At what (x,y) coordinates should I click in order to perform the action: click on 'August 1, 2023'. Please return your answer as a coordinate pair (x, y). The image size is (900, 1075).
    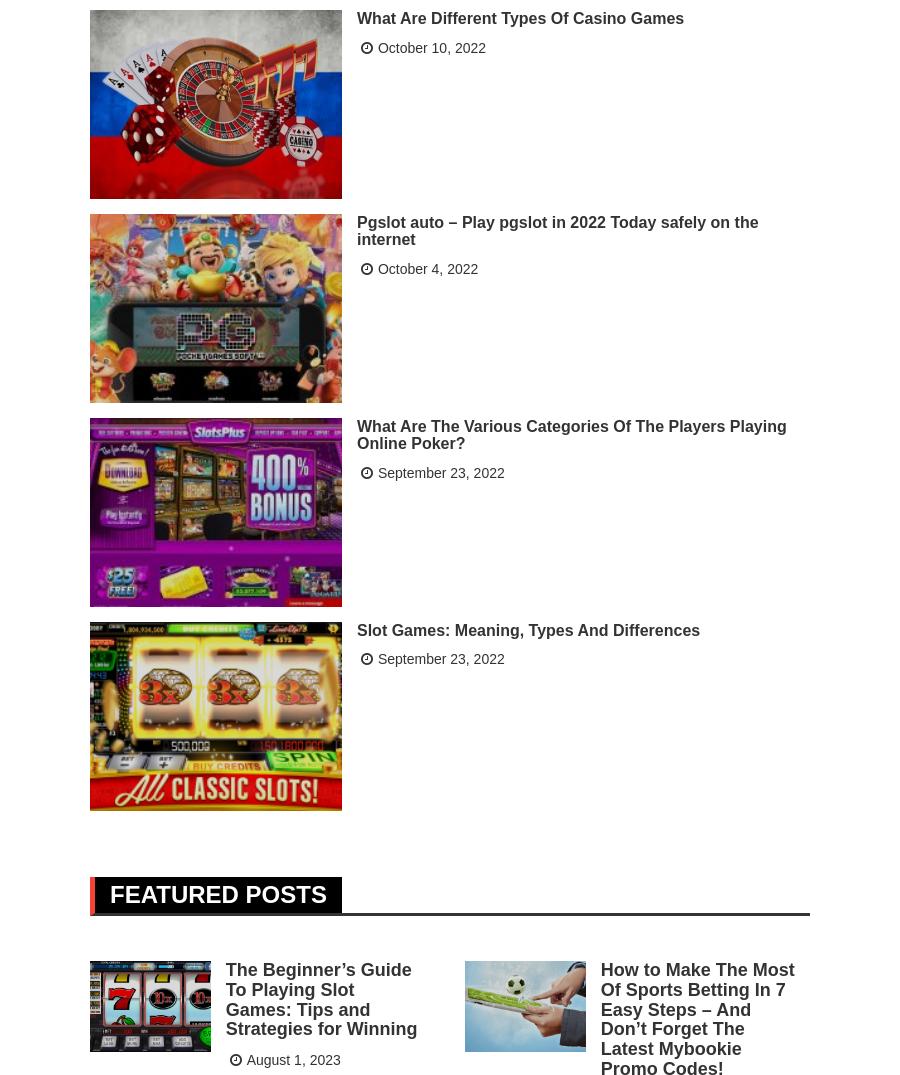
    Looking at the image, I should click on (292, 1058).